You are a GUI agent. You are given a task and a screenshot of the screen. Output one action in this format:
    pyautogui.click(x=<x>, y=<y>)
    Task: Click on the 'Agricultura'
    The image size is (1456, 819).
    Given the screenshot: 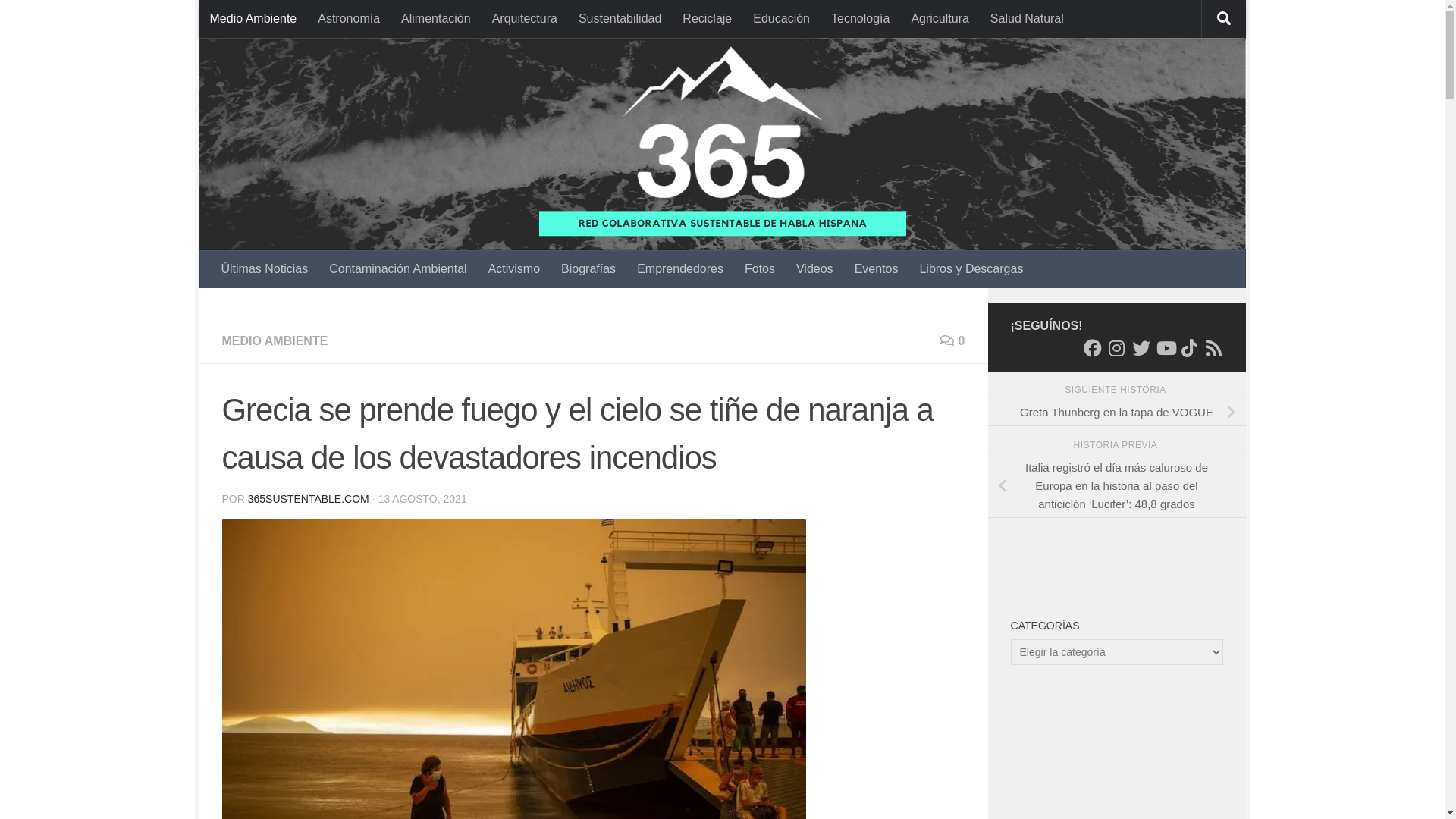 What is the action you would take?
    pyautogui.click(x=938, y=18)
    